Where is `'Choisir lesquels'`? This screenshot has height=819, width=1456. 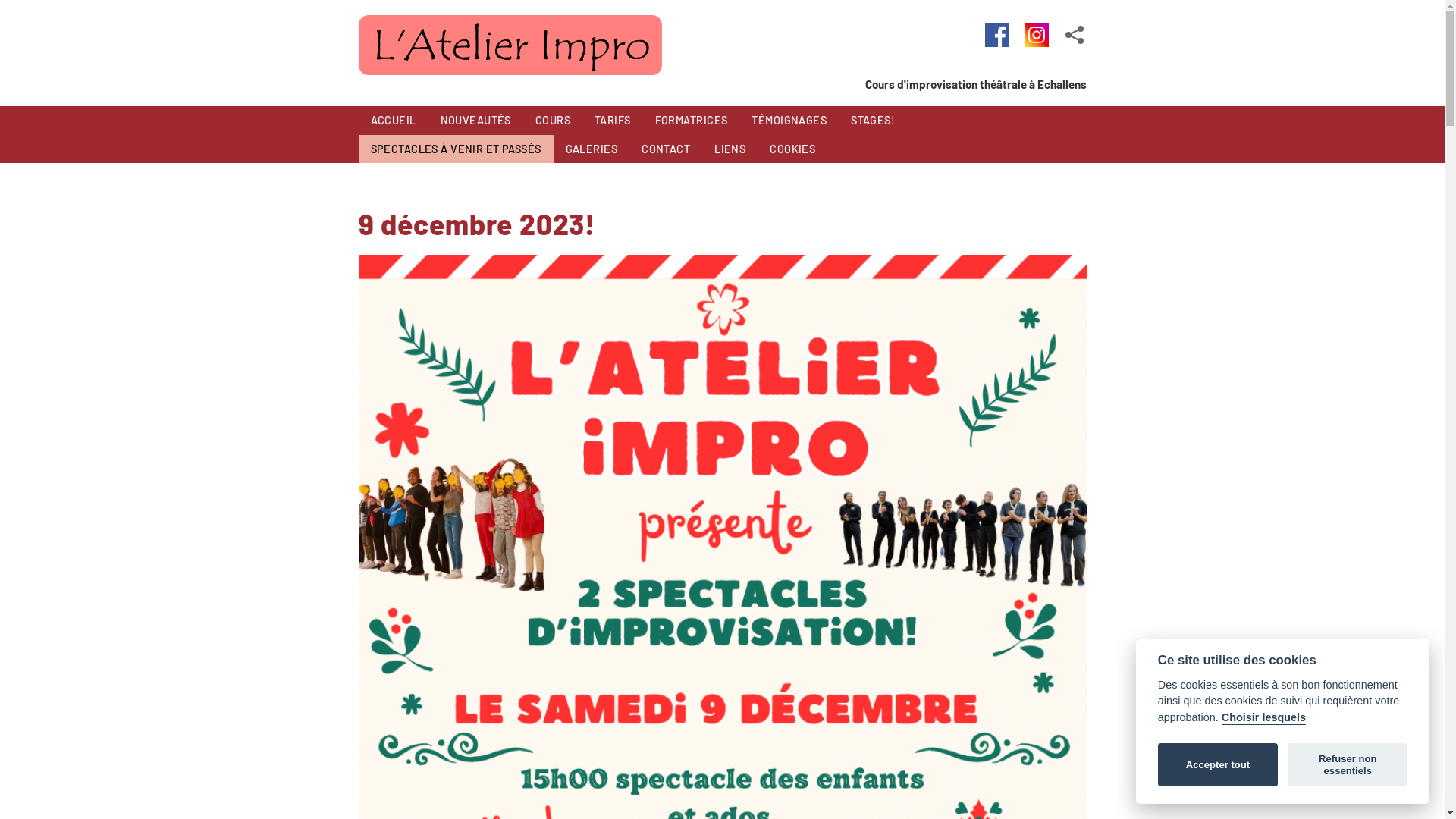
'Choisir lesquels' is located at coordinates (1222, 717).